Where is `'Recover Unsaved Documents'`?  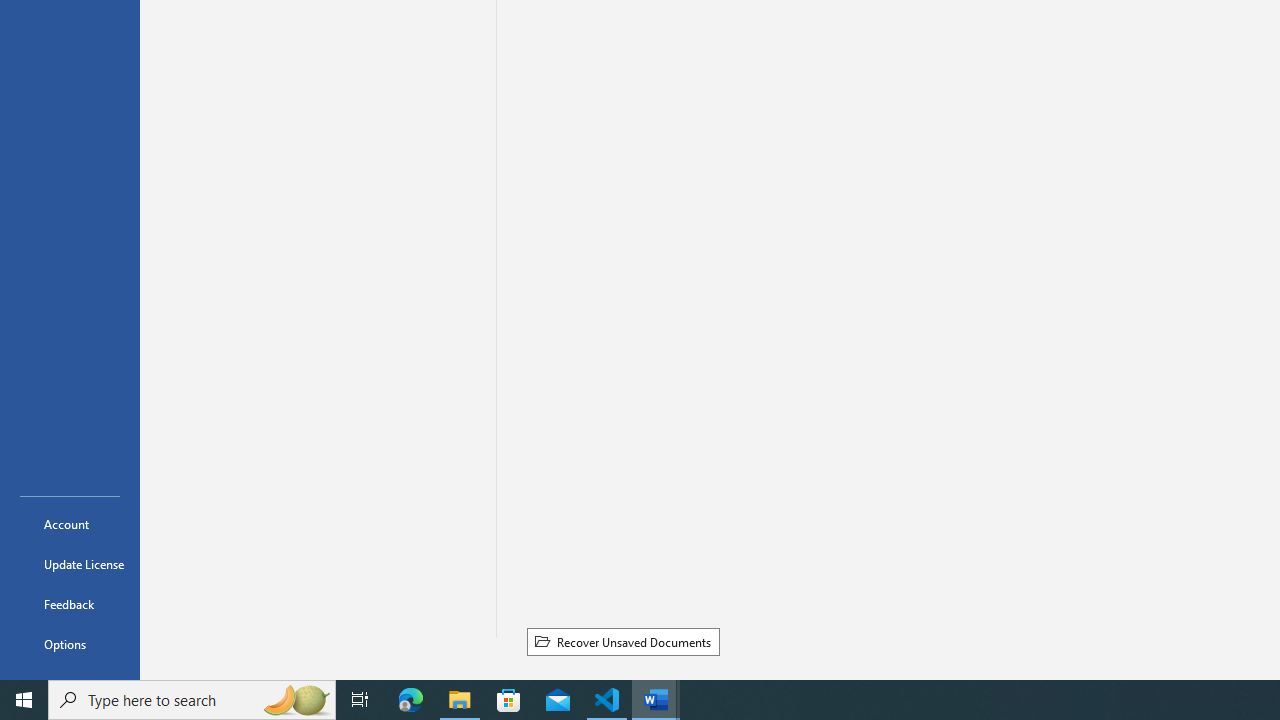
'Recover Unsaved Documents' is located at coordinates (622, 641).